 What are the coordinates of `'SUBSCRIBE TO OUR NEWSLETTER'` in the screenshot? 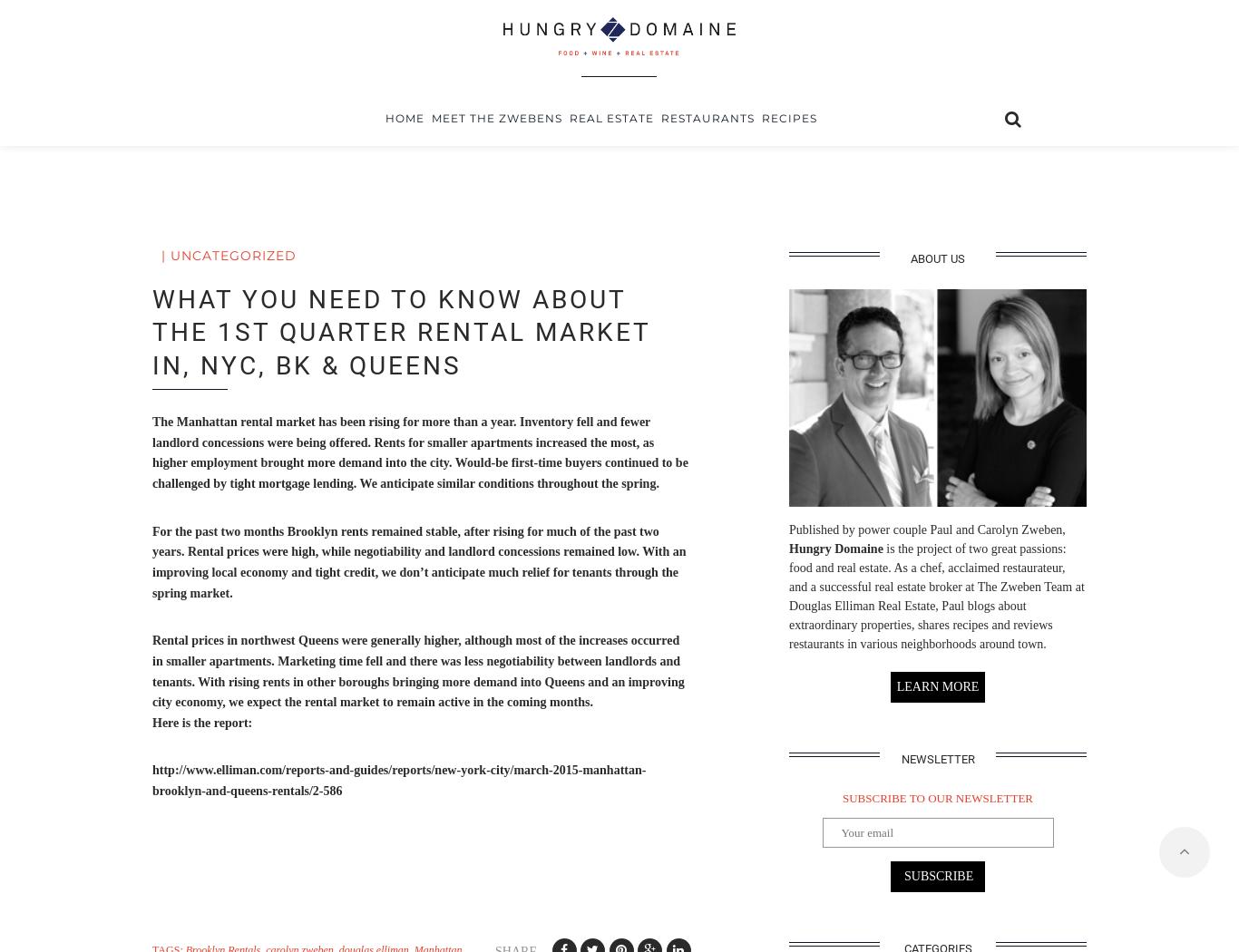 It's located at (936, 796).